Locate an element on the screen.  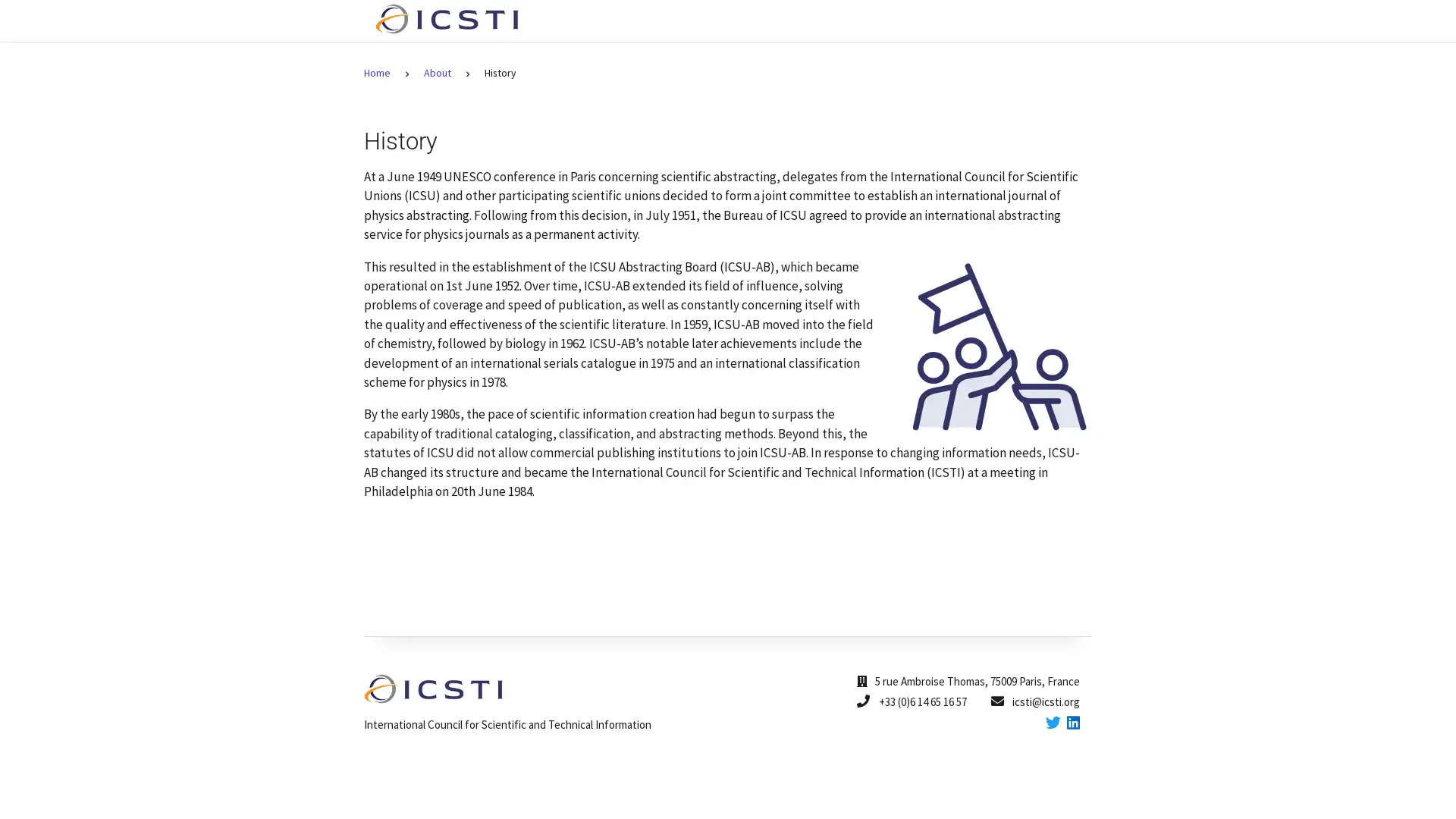
Programs & Resources is located at coordinates (867, 20).